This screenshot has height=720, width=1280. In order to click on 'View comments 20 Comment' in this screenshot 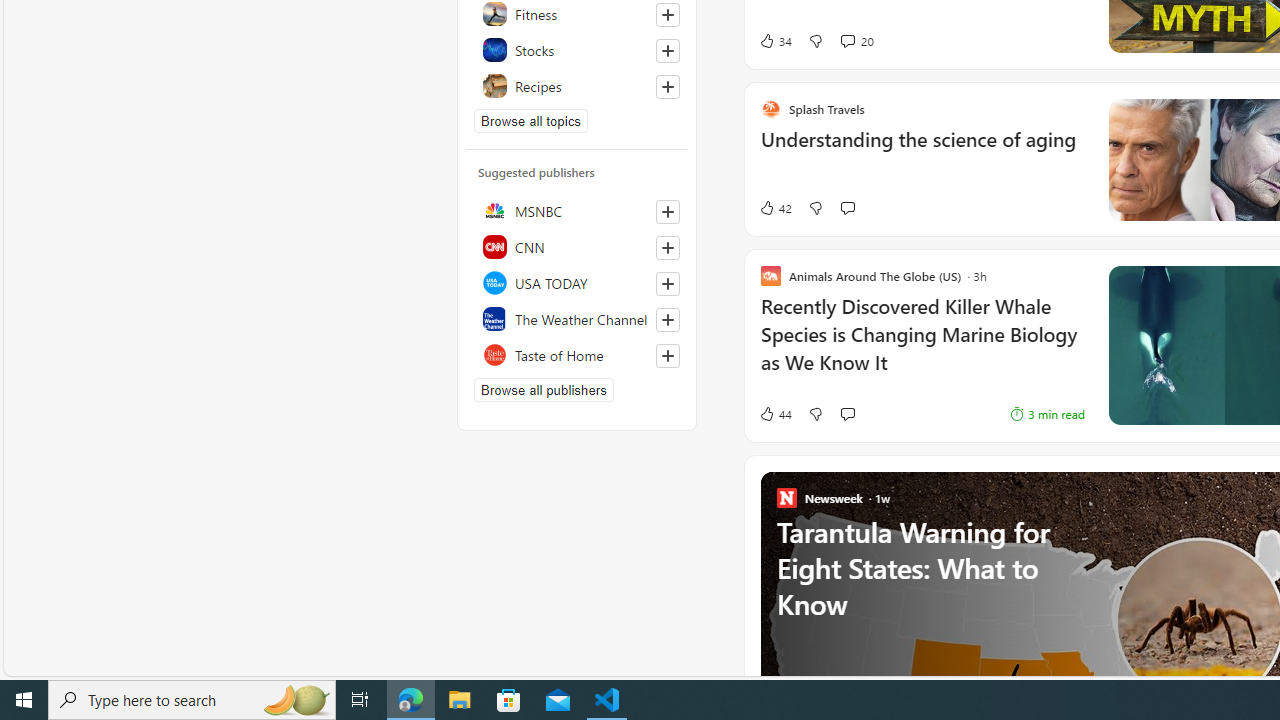, I will do `click(856, 41)`.